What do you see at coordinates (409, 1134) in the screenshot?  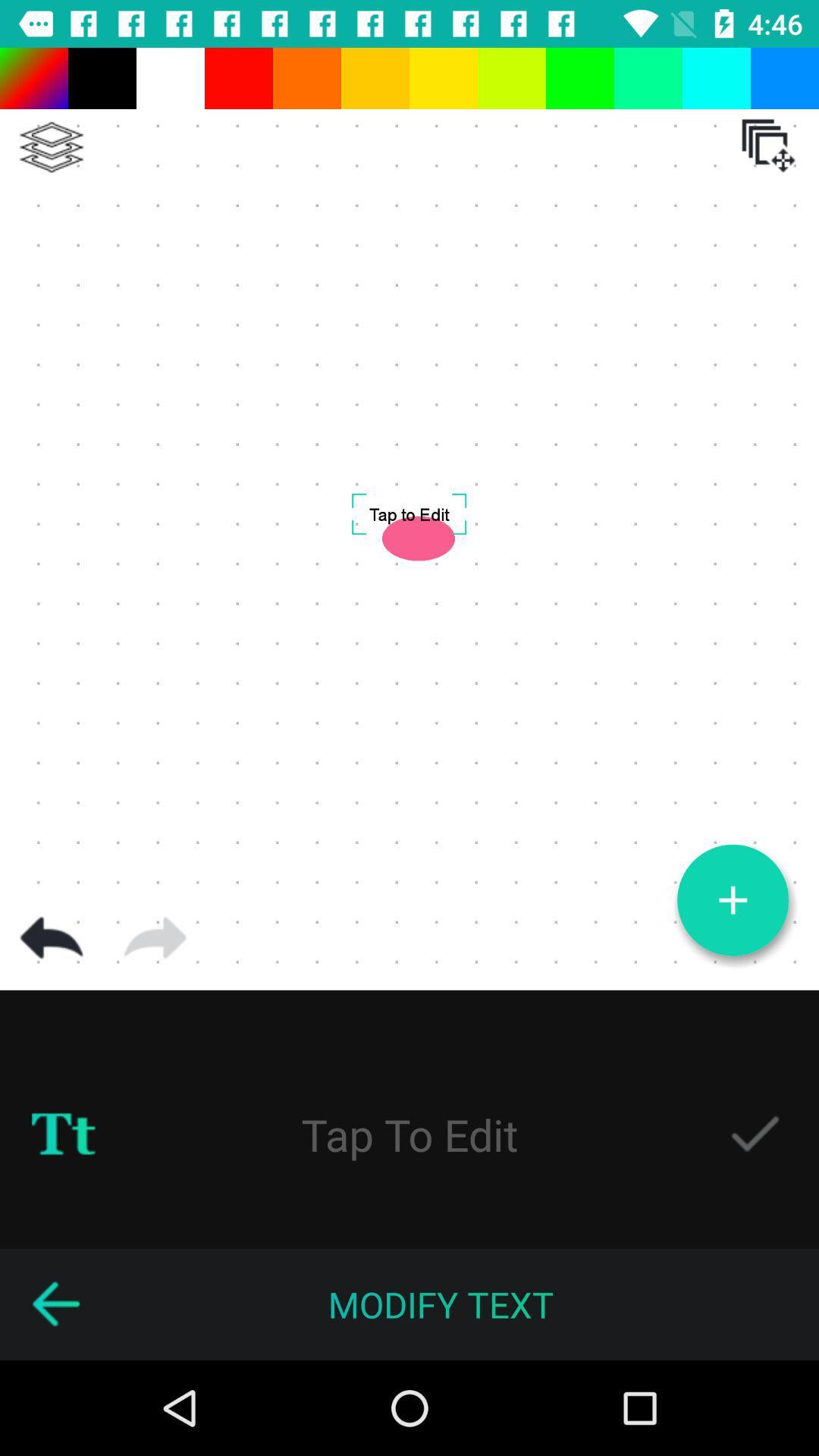 I see `edi start` at bounding box center [409, 1134].